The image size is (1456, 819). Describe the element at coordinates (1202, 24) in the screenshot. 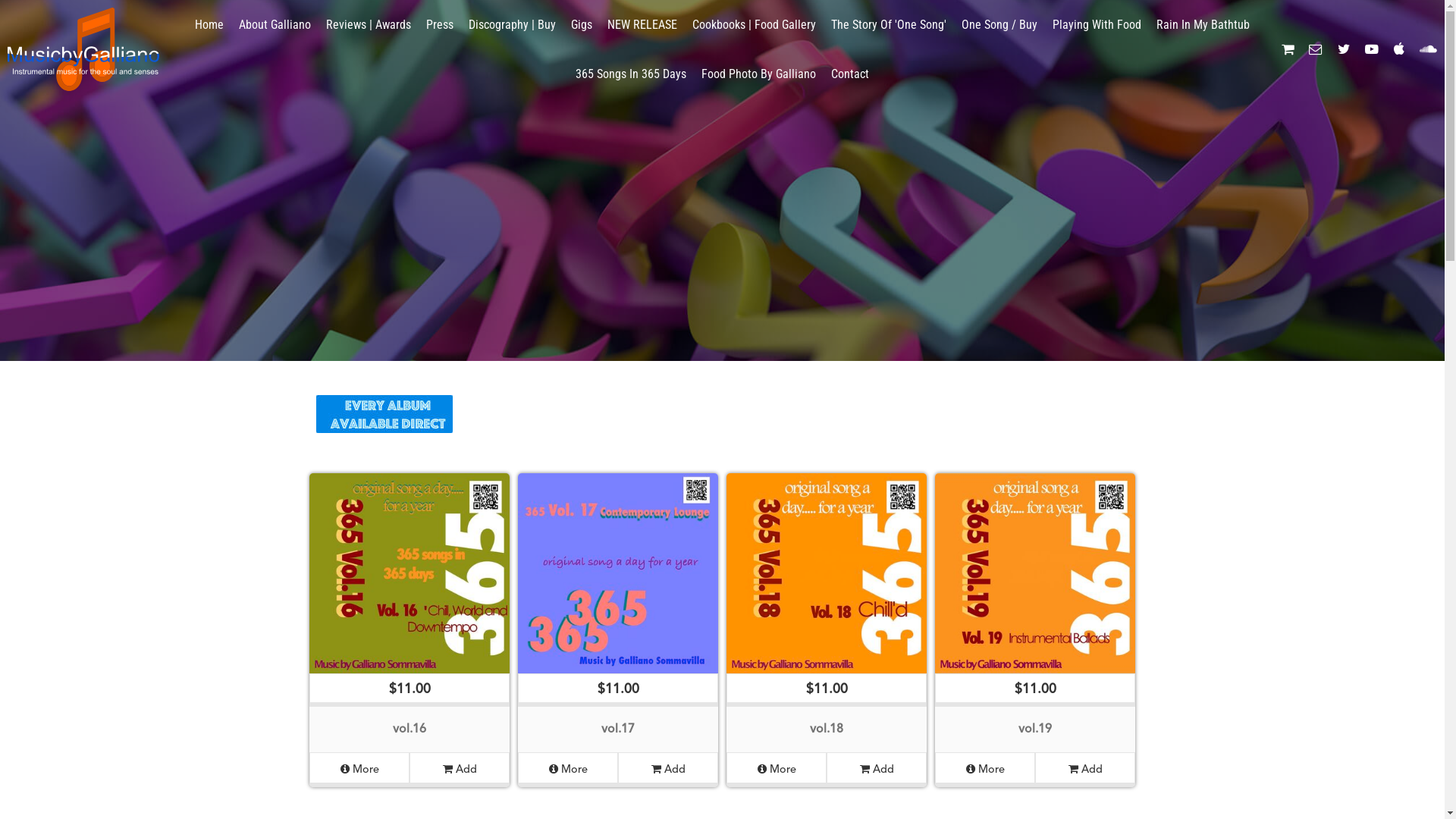

I see `'Rain In My Bathtub'` at that location.